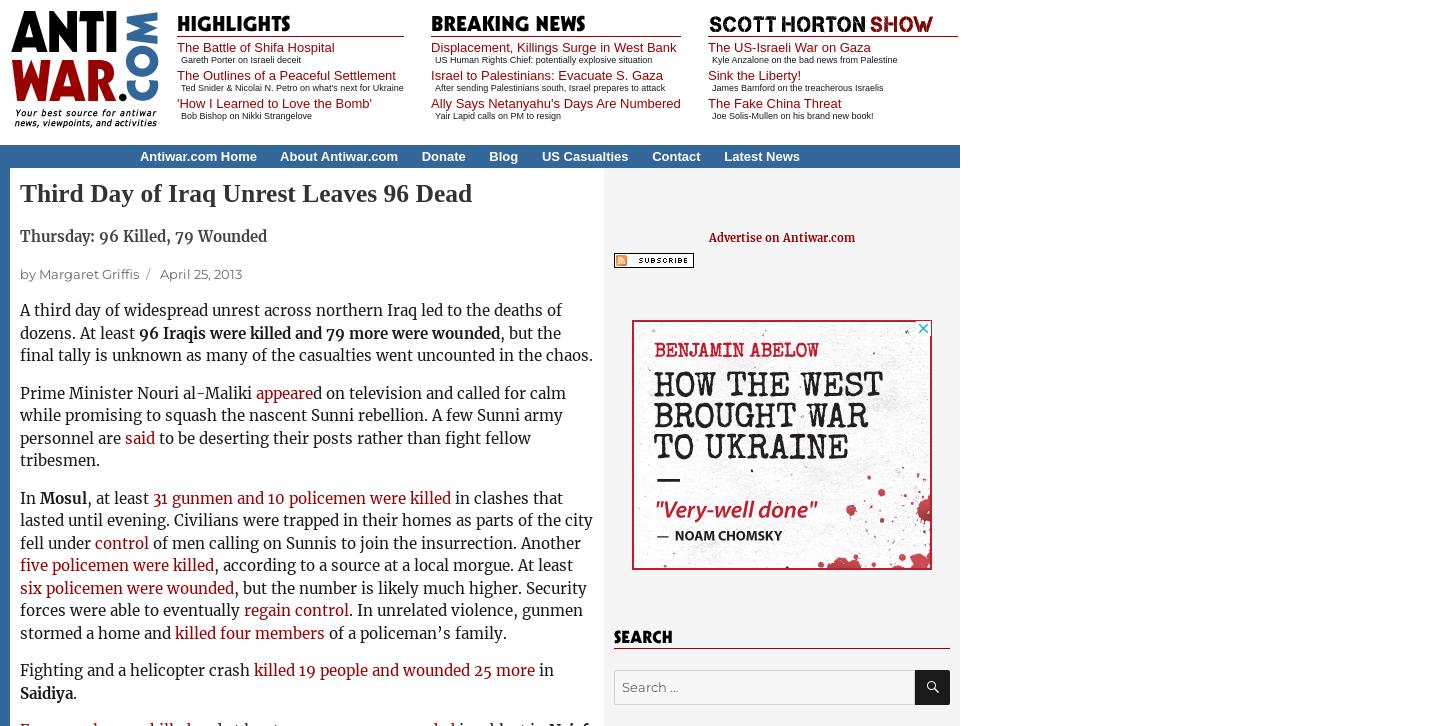 The width and height of the screenshot is (1440, 726). What do you see at coordinates (63, 497) in the screenshot?
I see `'Mosul'` at bounding box center [63, 497].